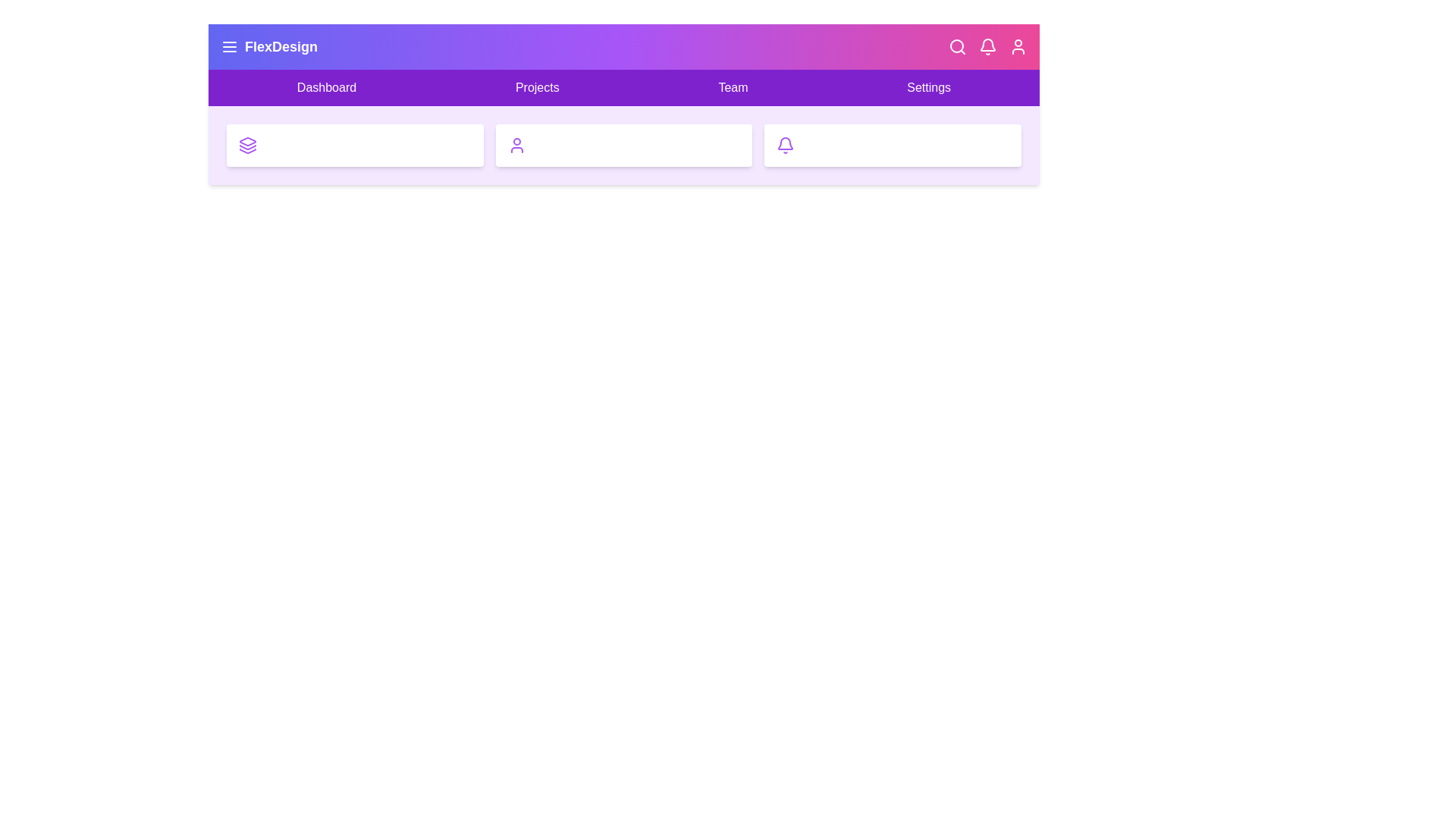 Image resolution: width=1456 pixels, height=819 pixels. What do you see at coordinates (1018, 45) in the screenshot?
I see `the User icon in the top bar` at bounding box center [1018, 45].